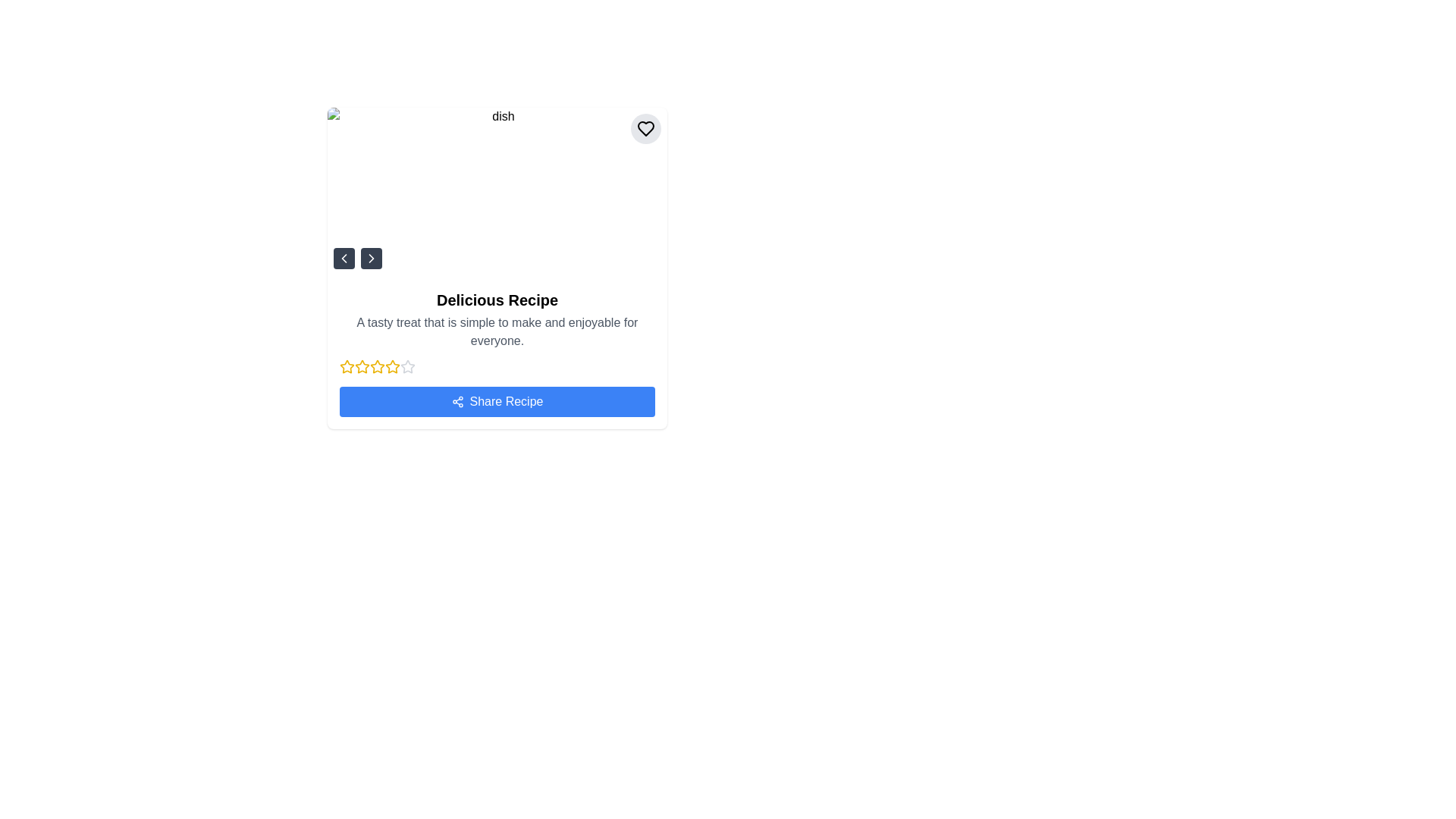 The image size is (1456, 819). What do you see at coordinates (346, 366) in the screenshot?
I see `the first star-shaped rating icon with a yellow border located below the 'Delicious Recipe' text to rate it` at bounding box center [346, 366].